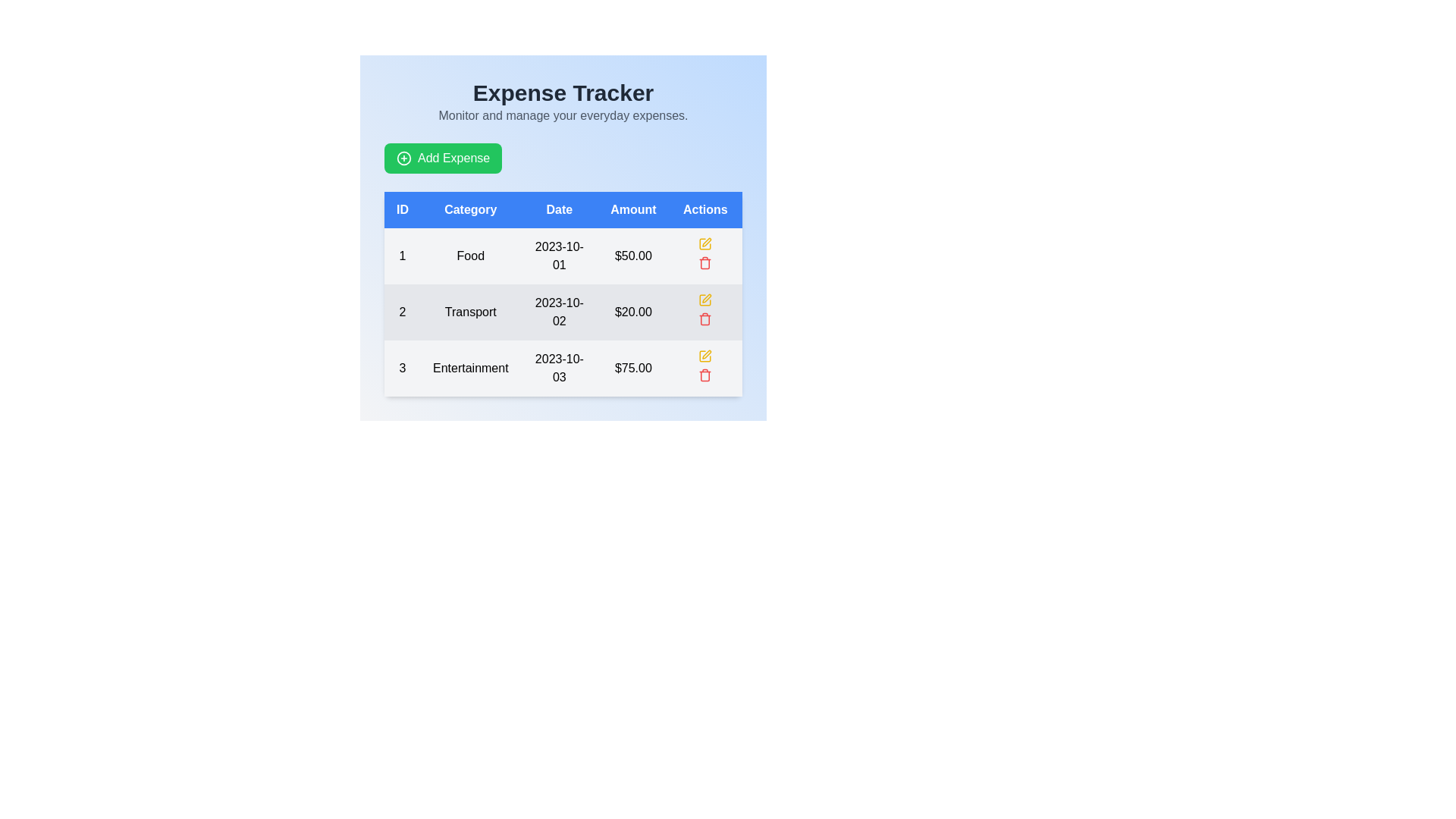 This screenshot has width=1456, height=819. What do you see at coordinates (704, 375) in the screenshot?
I see `the trash icon in the third row of the Actions column to initiate the delete action` at bounding box center [704, 375].